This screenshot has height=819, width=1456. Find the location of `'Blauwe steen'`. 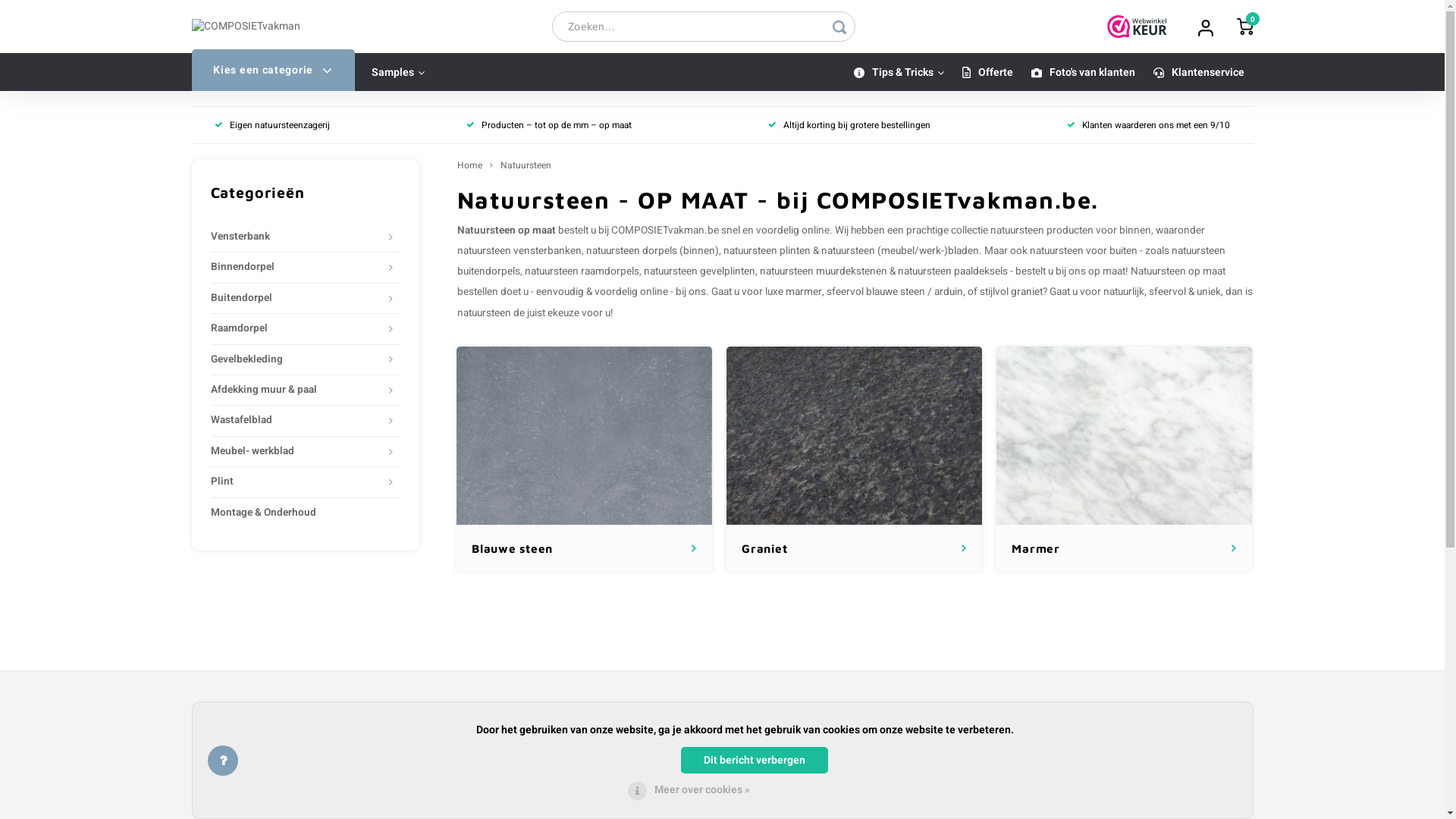

'Blauwe steen' is located at coordinates (583, 458).